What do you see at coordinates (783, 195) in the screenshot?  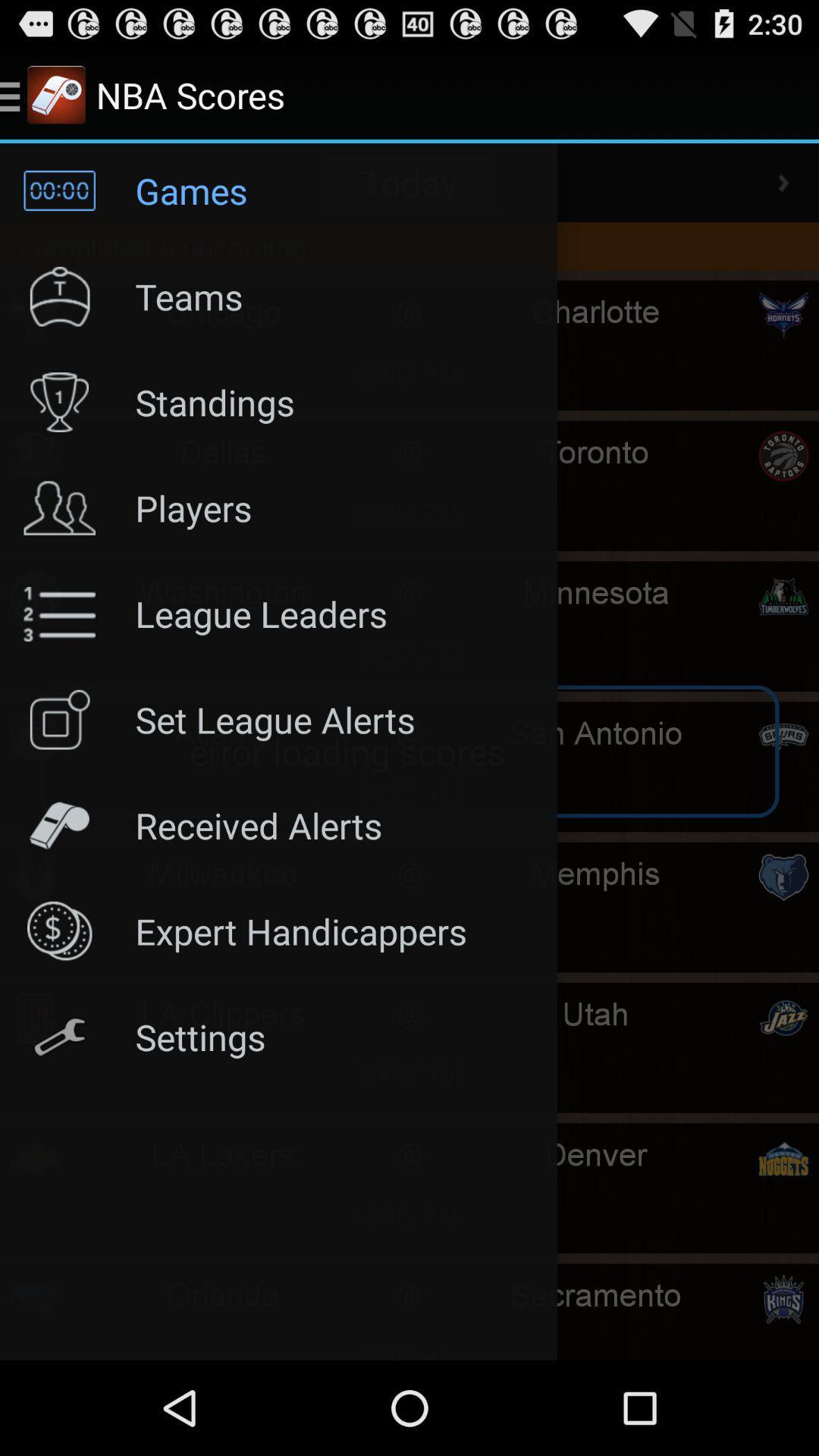 I see `the arrow_forward icon` at bounding box center [783, 195].